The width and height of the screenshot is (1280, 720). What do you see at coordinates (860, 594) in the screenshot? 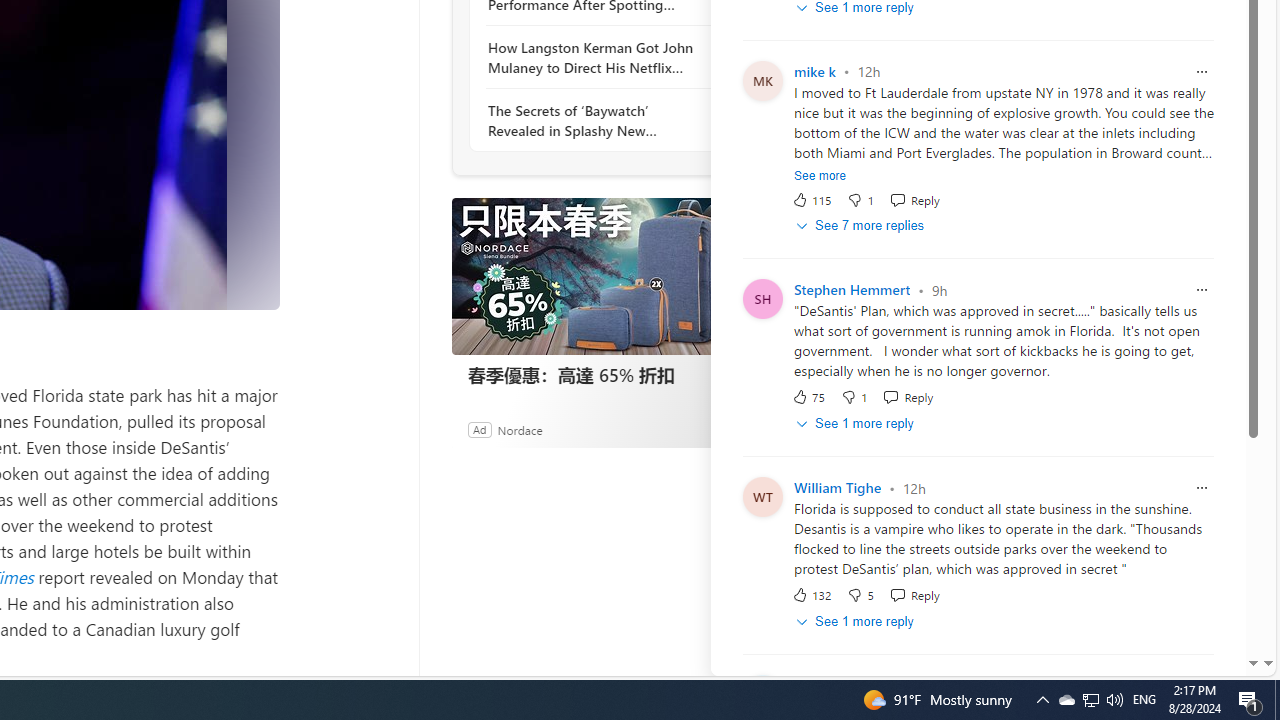
I see `'Dislike'` at bounding box center [860, 594].